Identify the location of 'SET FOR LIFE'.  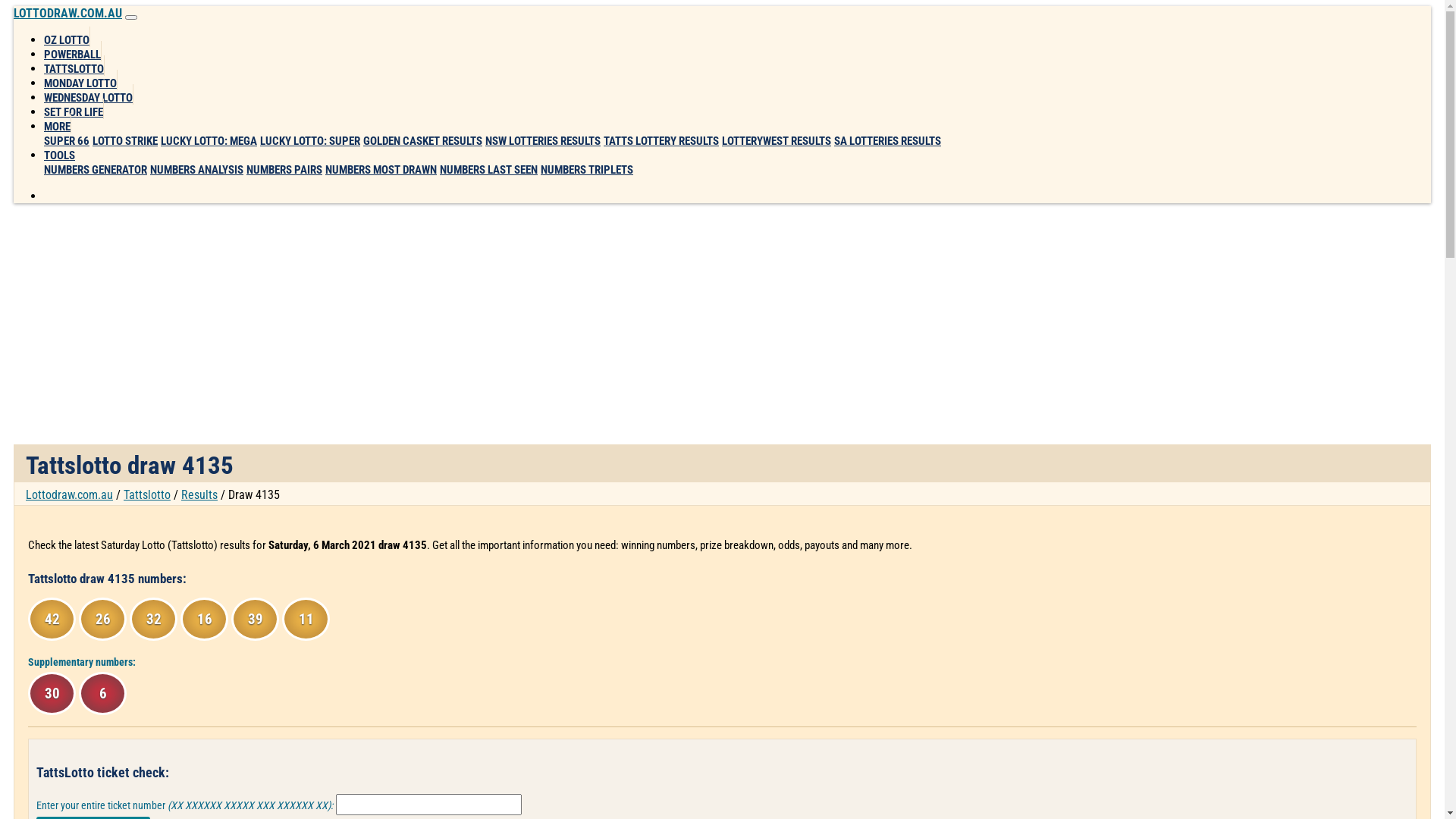
(73, 108).